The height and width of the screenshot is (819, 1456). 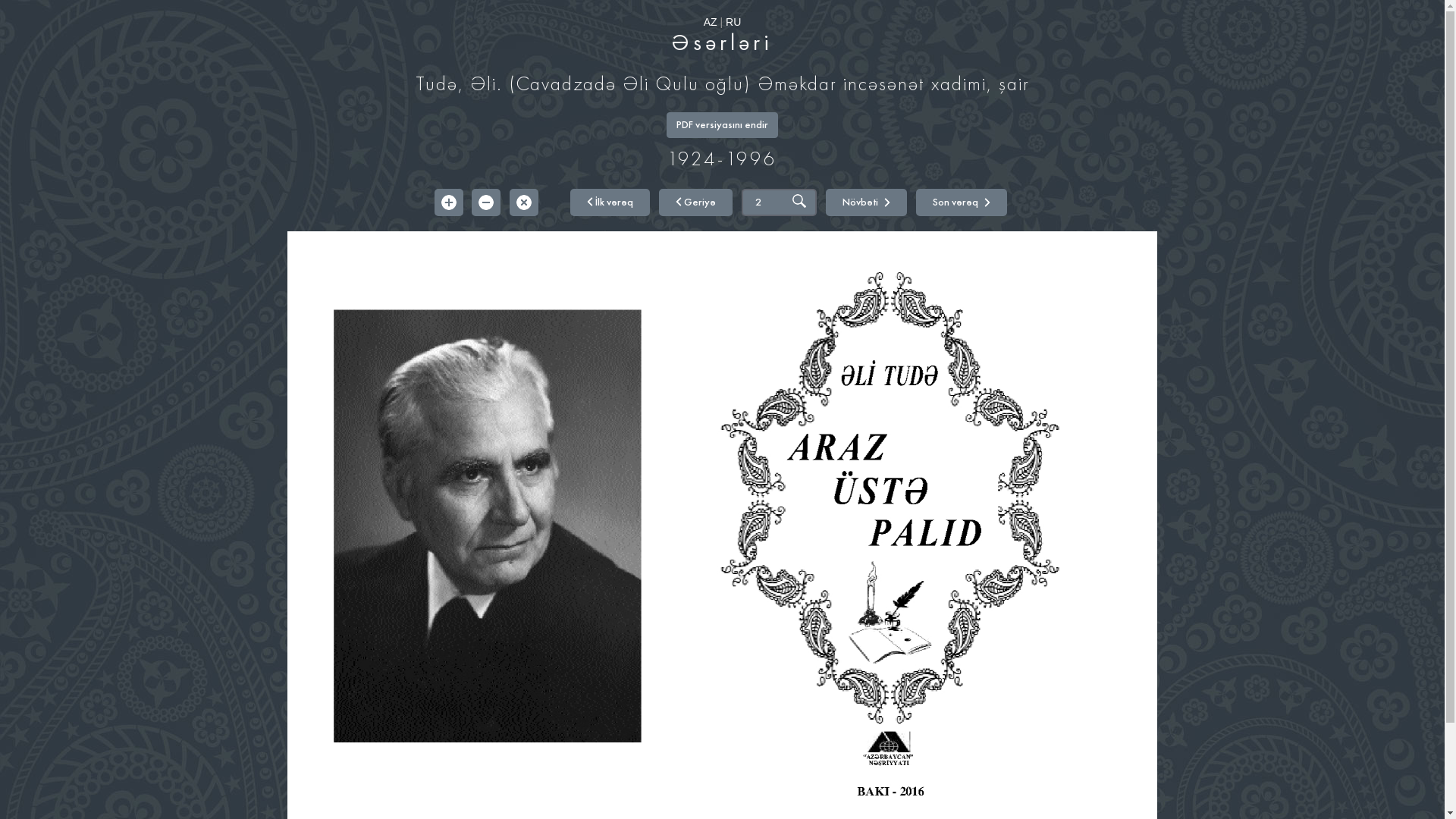 What do you see at coordinates (733, 22) in the screenshot?
I see `'RU'` at bounding box center [733, 22].